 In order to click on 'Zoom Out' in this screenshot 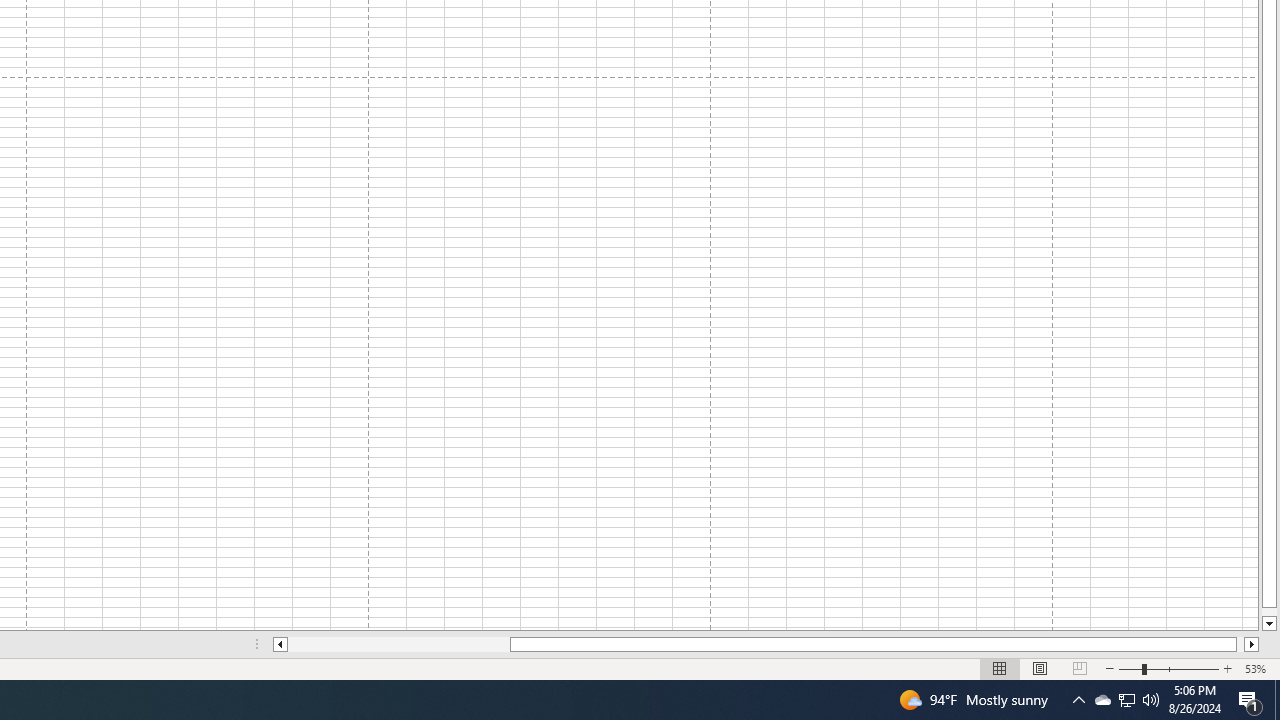, I will do `click(1130, 669)`.